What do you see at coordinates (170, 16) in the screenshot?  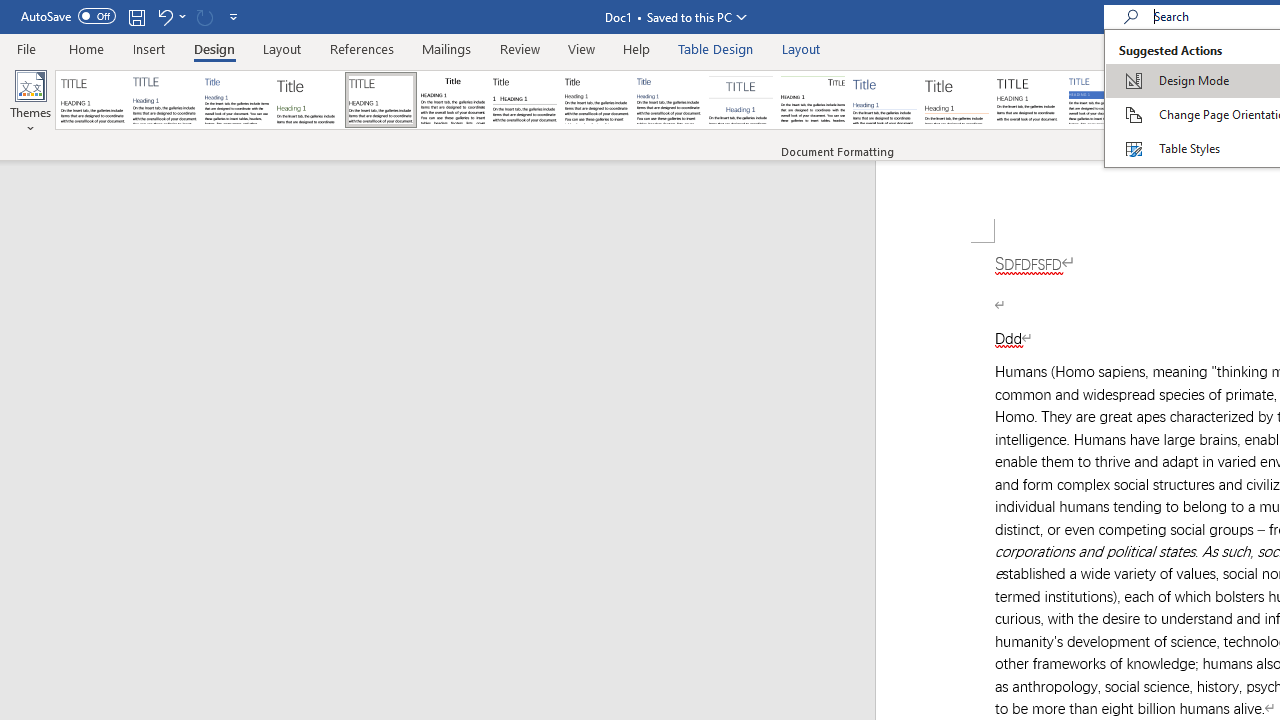 I see `'Undo Apply Quick Style Set'` at bounding box center [170, 16].